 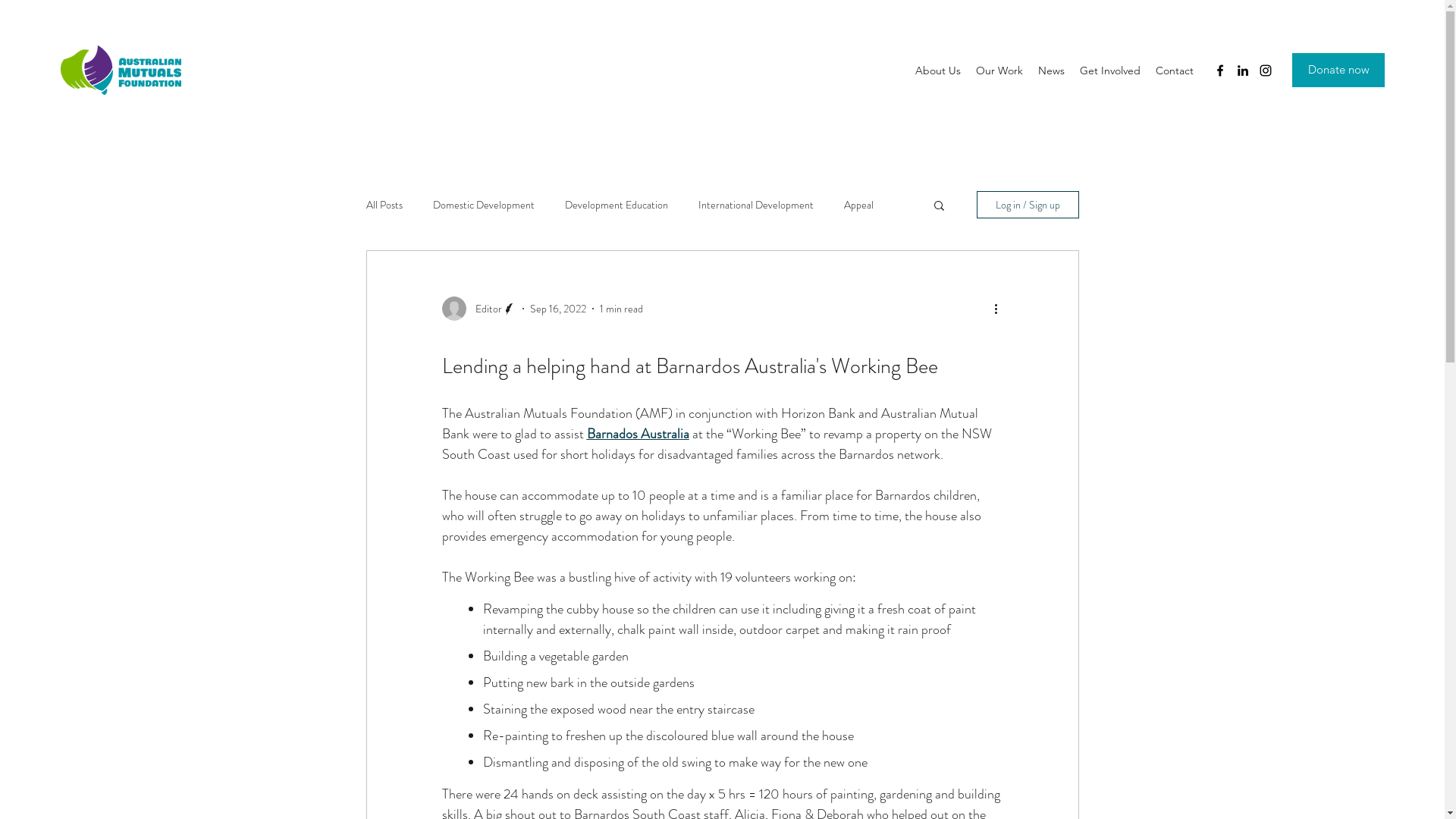 What do you see at coordinates (858, 205) in the screenshot?
I see `'Appeal'` at bounding box center [858, 205].